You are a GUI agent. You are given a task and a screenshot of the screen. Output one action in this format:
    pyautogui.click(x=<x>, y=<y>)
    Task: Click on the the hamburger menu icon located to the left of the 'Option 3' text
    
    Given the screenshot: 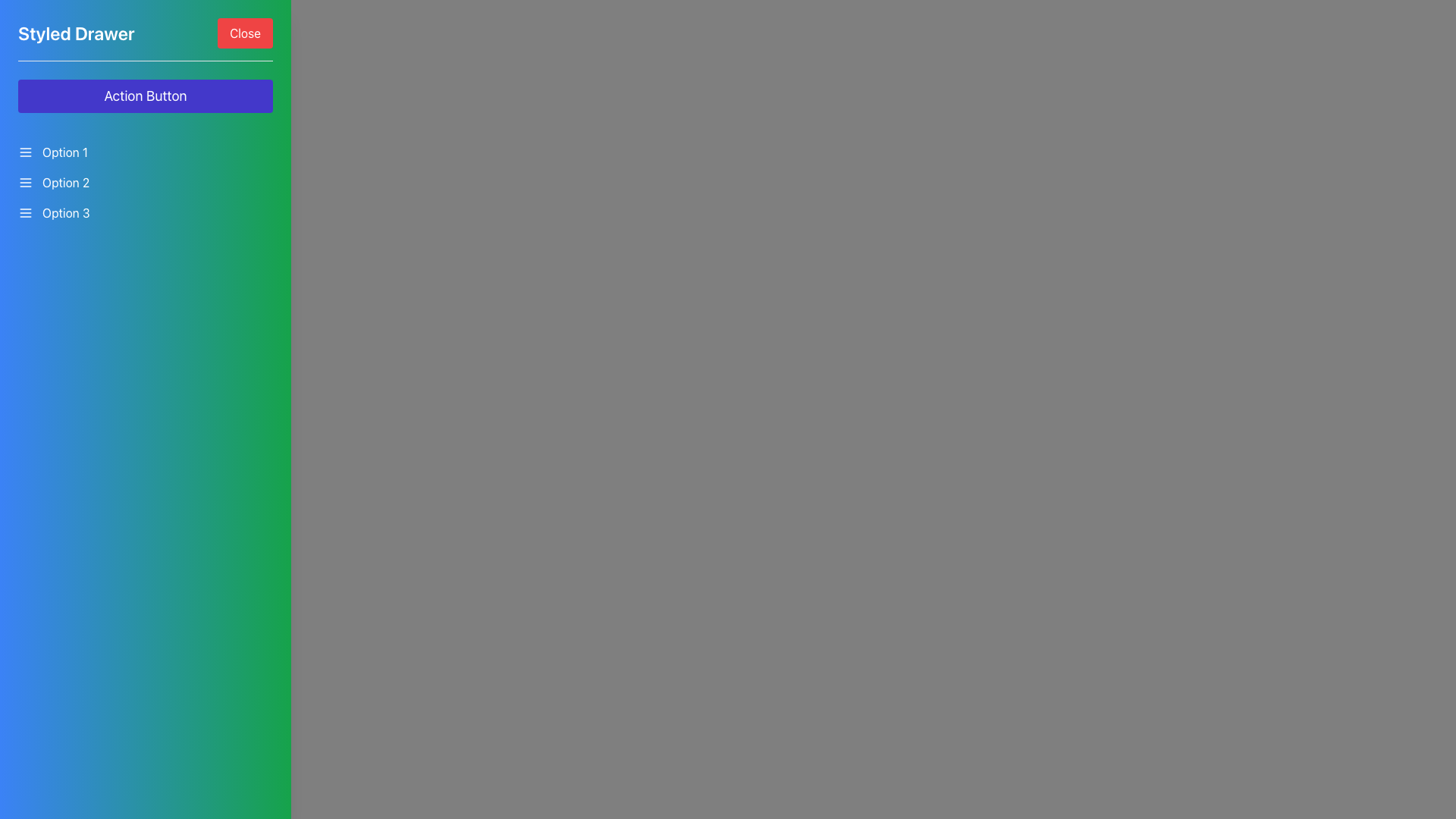 What is the action you would take?
    pyautogui.click(x=25, y=213)
    